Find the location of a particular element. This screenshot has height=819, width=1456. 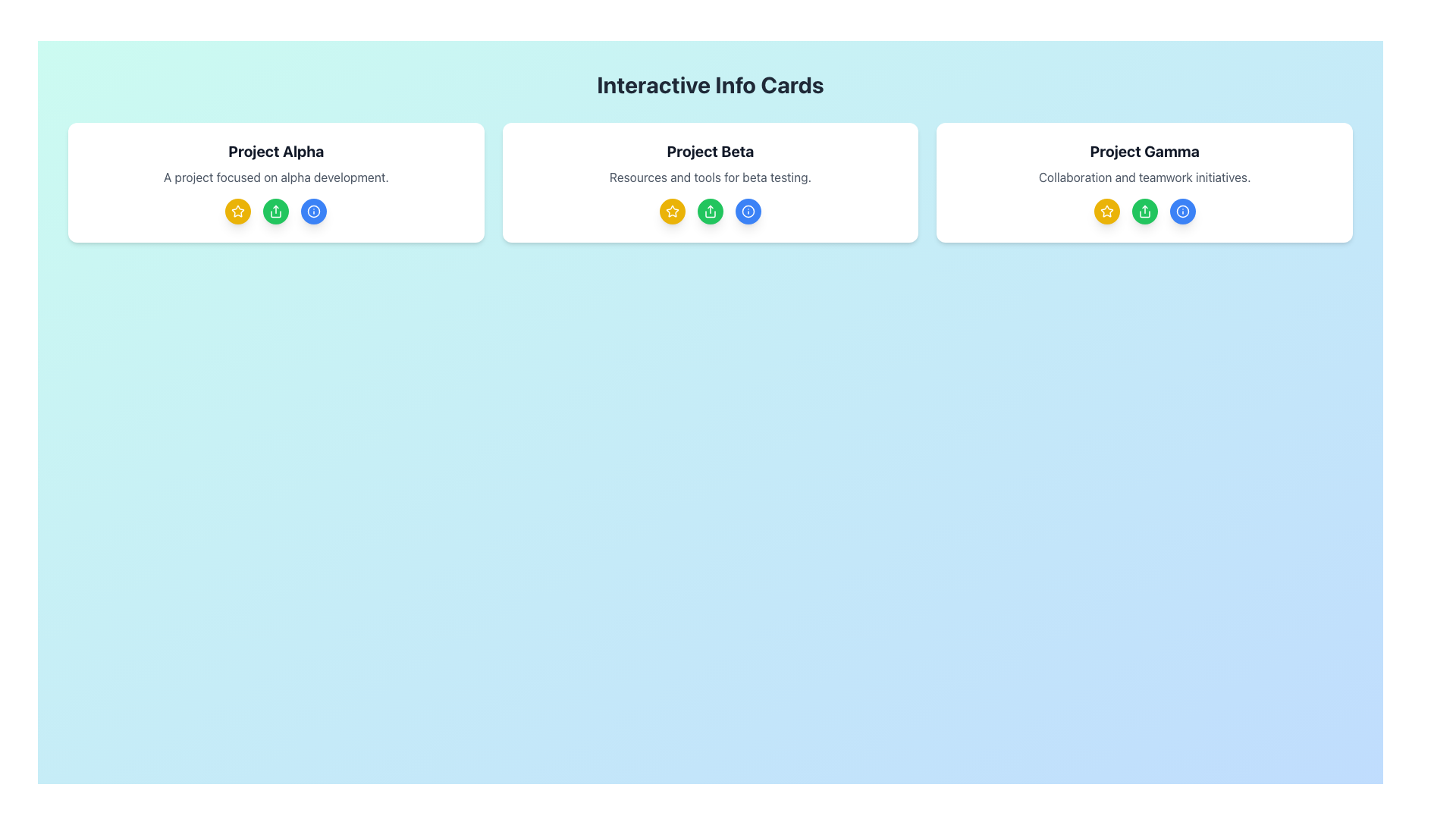

the star icon button located in the leftmost card under 'Project Alpha' to potentially see a tooltip is located at coordinates (237, 211).